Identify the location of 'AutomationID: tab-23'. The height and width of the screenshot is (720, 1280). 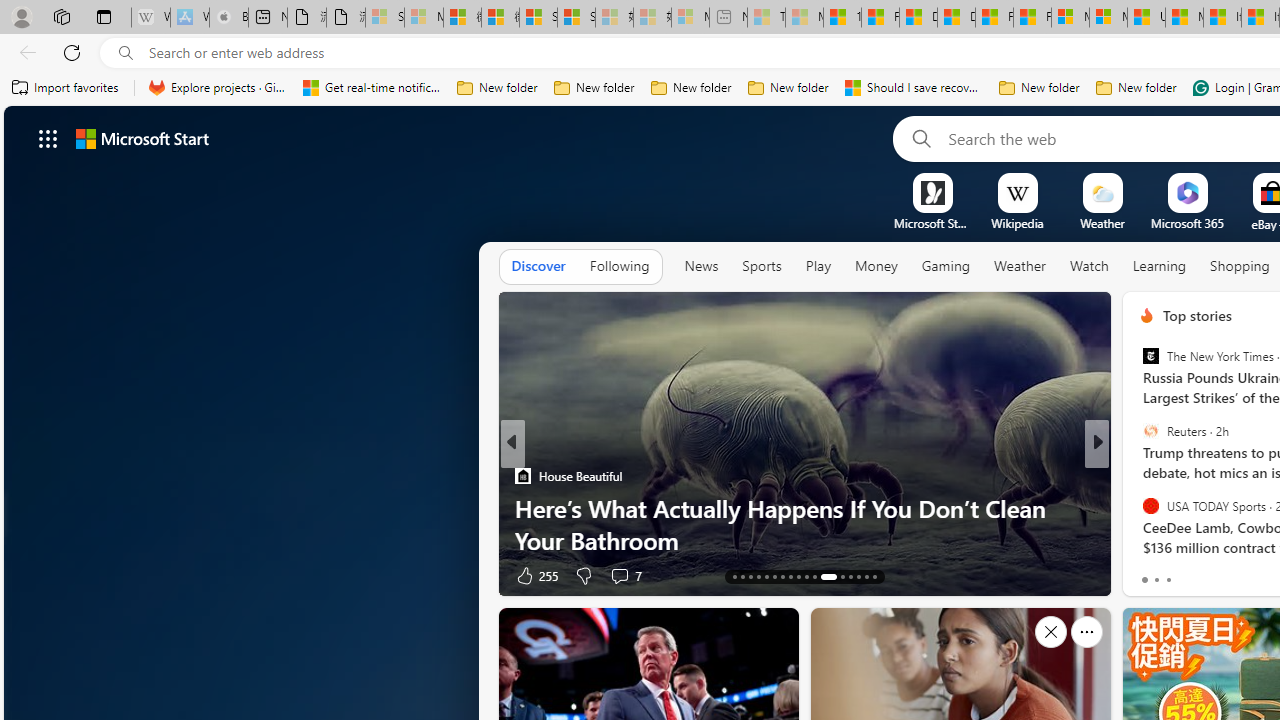
(814, 577).